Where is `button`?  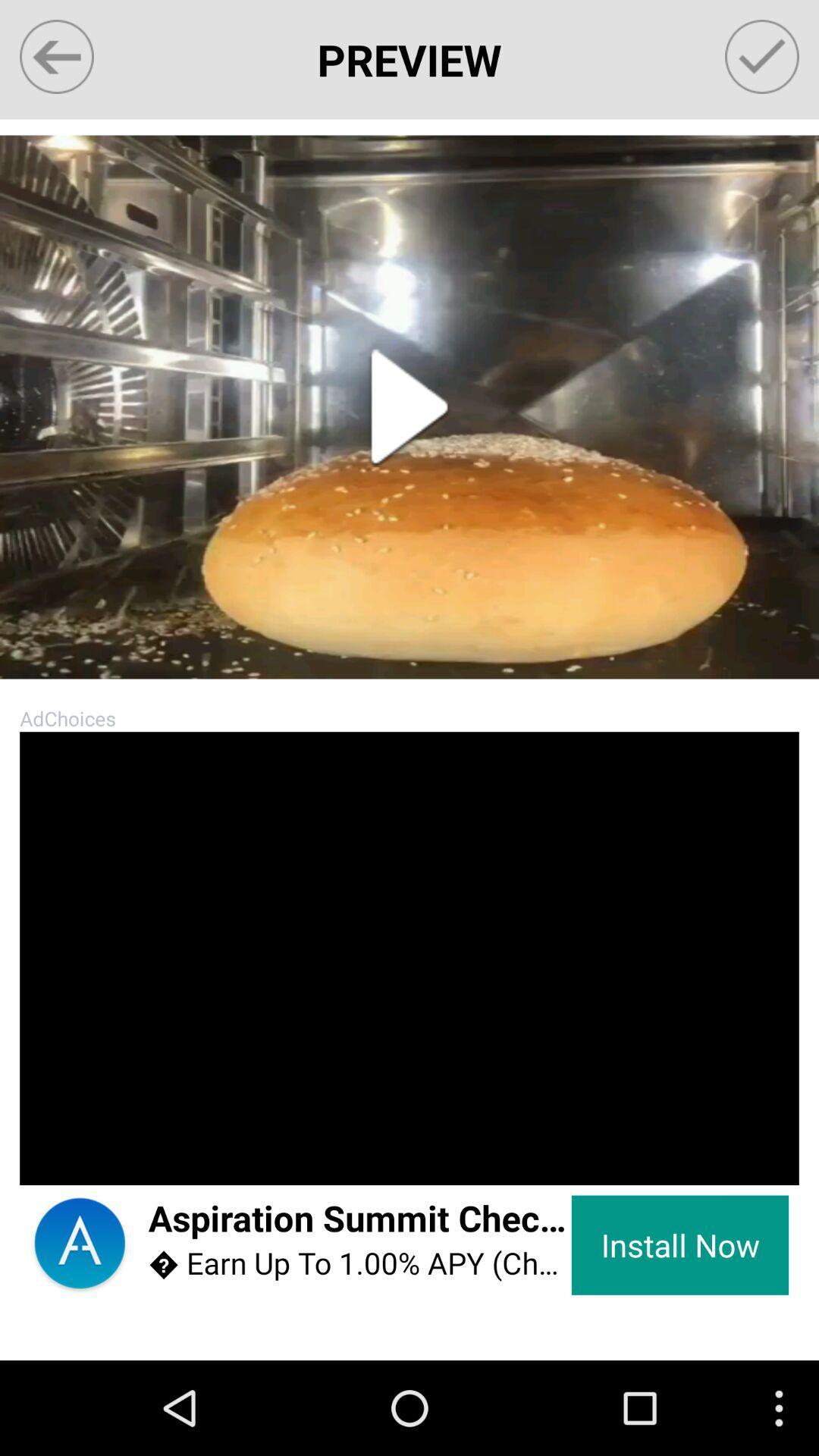
button is located at coordinates (409, 407).